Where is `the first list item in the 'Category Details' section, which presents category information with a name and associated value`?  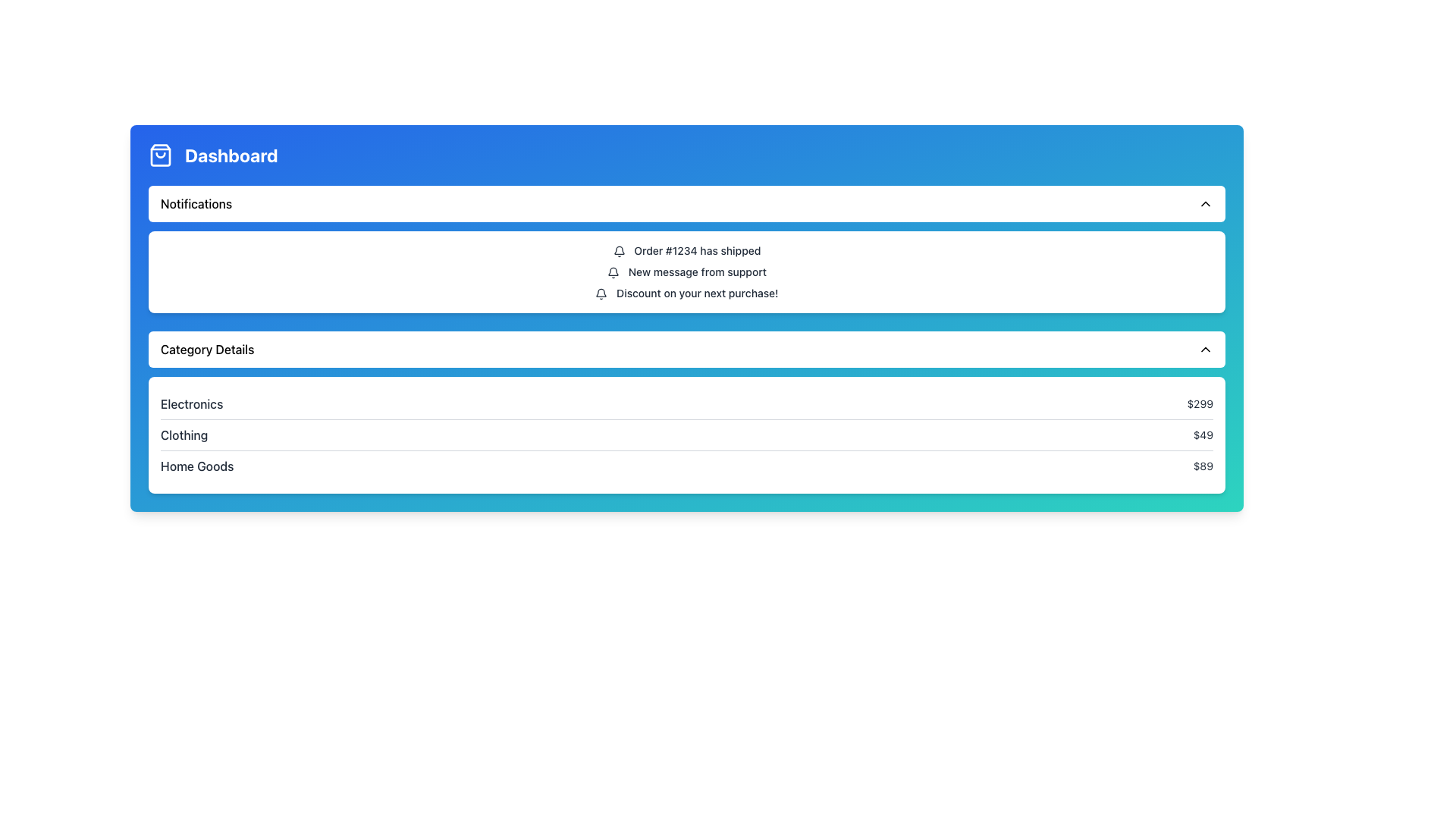 the first list item in the 'Category Details' section, which presents category information with a name and associated value is located at coordinates (686, 403).